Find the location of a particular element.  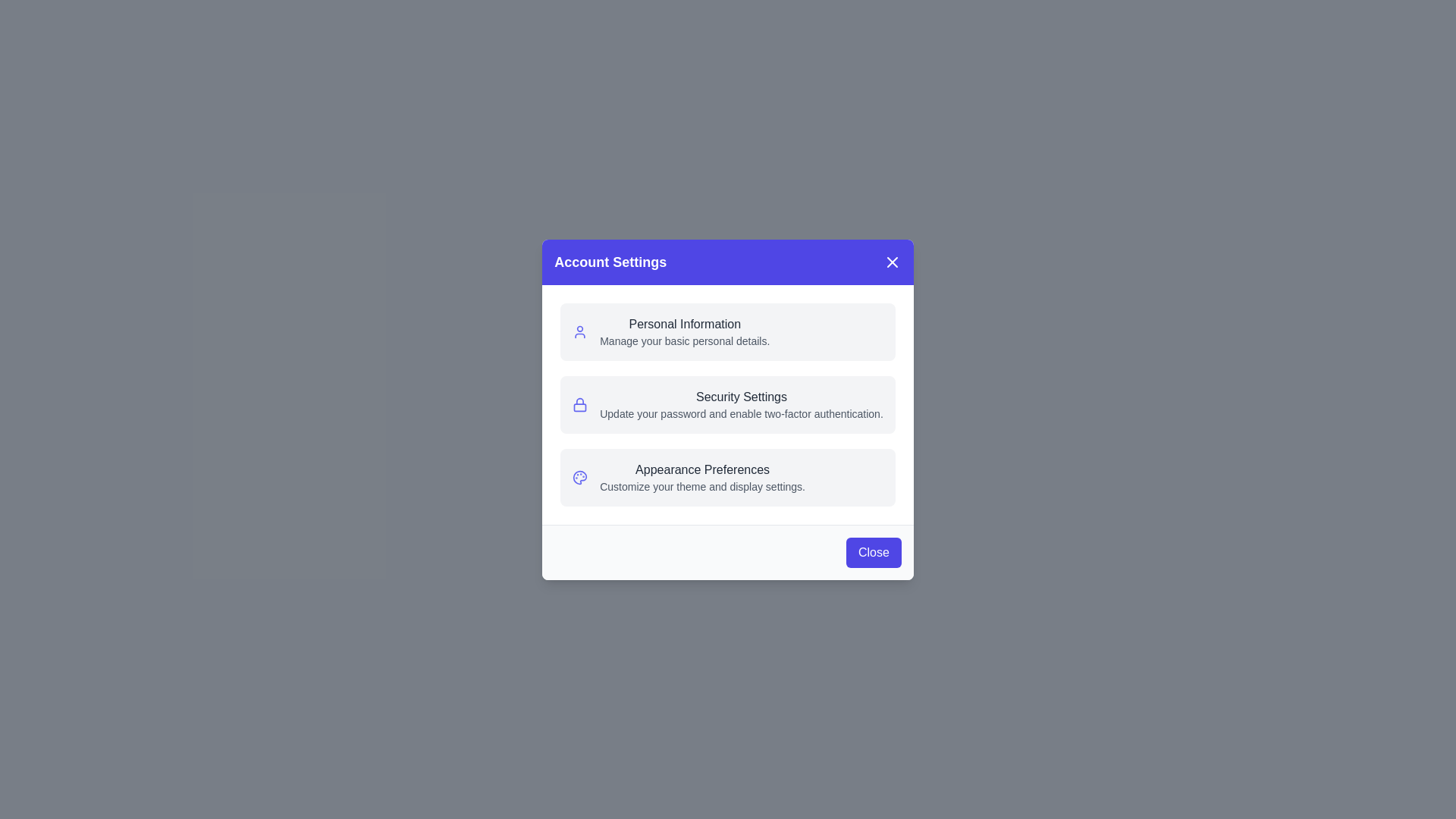

the 'Personal Information' text block in the 'Account Settings' modal to focus on it is located at coordinates (684, 331).